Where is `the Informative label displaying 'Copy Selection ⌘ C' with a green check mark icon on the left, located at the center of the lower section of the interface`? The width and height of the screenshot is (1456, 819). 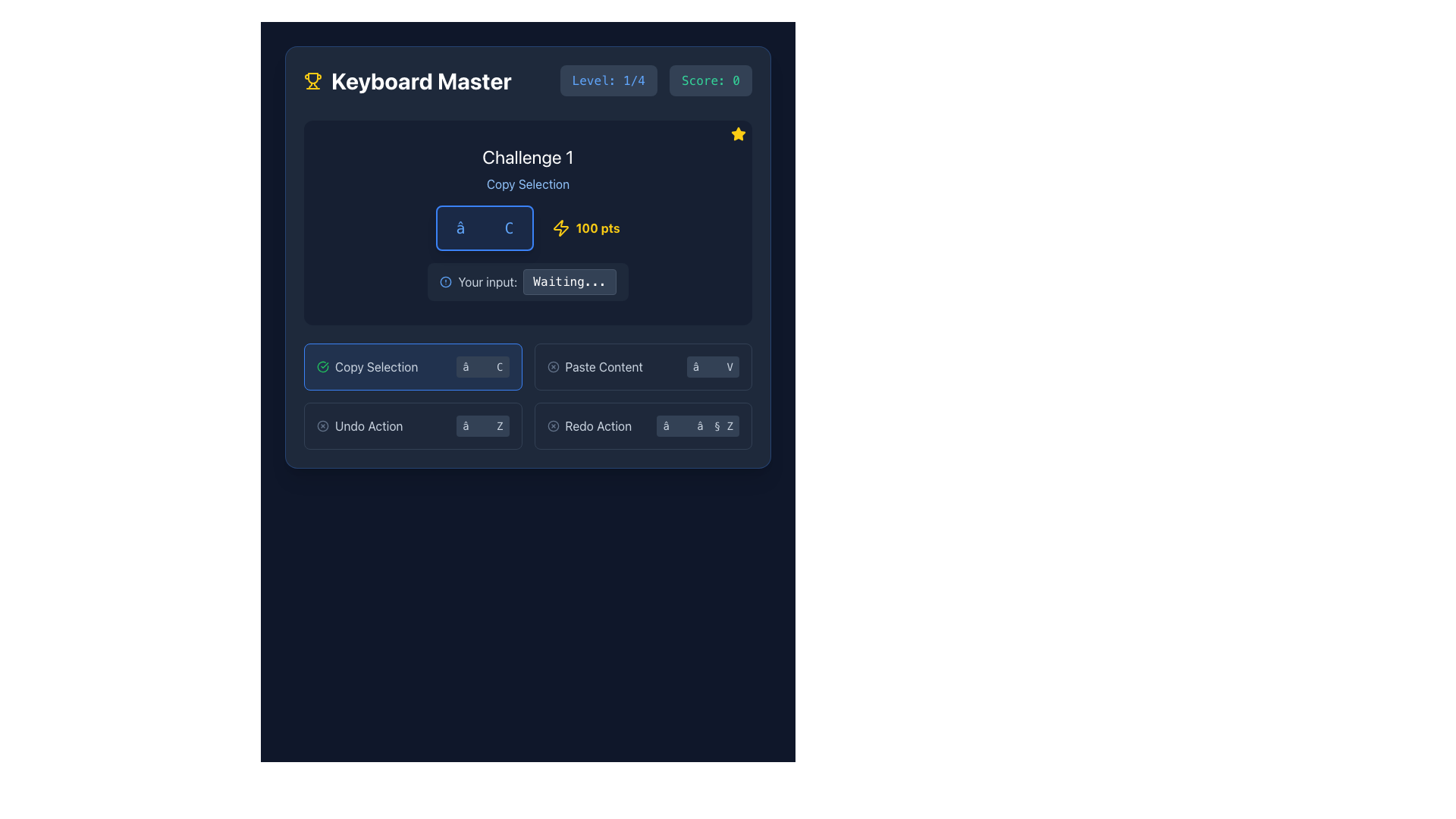
the Informative label displaying 'Copy Selection ⌘ C' with a green check mark icon on the left, located at the center of the lower section of the interface is located at coordinates (413, 366).